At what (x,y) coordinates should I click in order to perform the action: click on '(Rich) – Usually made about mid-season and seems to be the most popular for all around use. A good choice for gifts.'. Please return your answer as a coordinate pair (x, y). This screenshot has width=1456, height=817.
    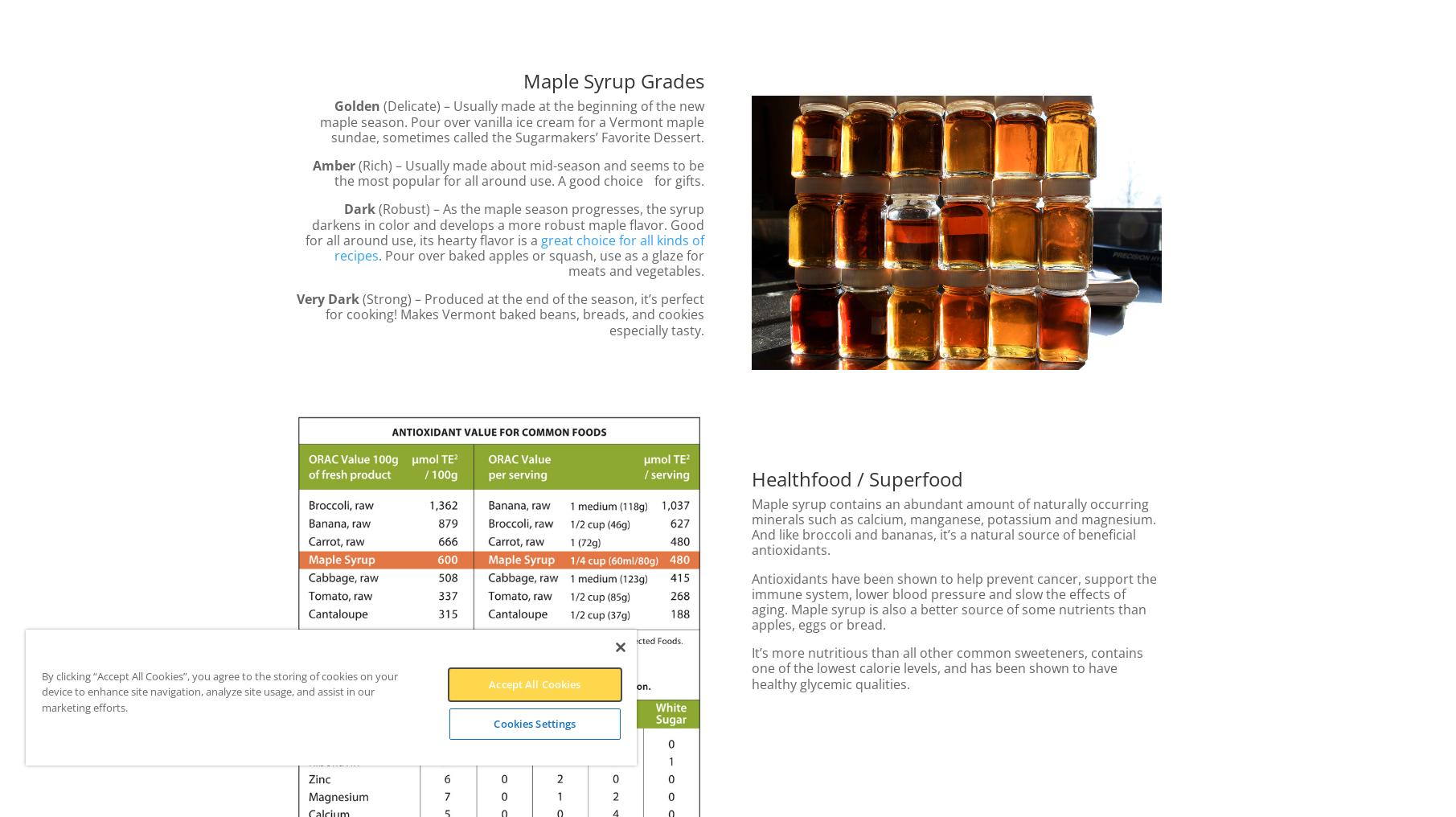
    Looking at the image, I should click on (515, 172).